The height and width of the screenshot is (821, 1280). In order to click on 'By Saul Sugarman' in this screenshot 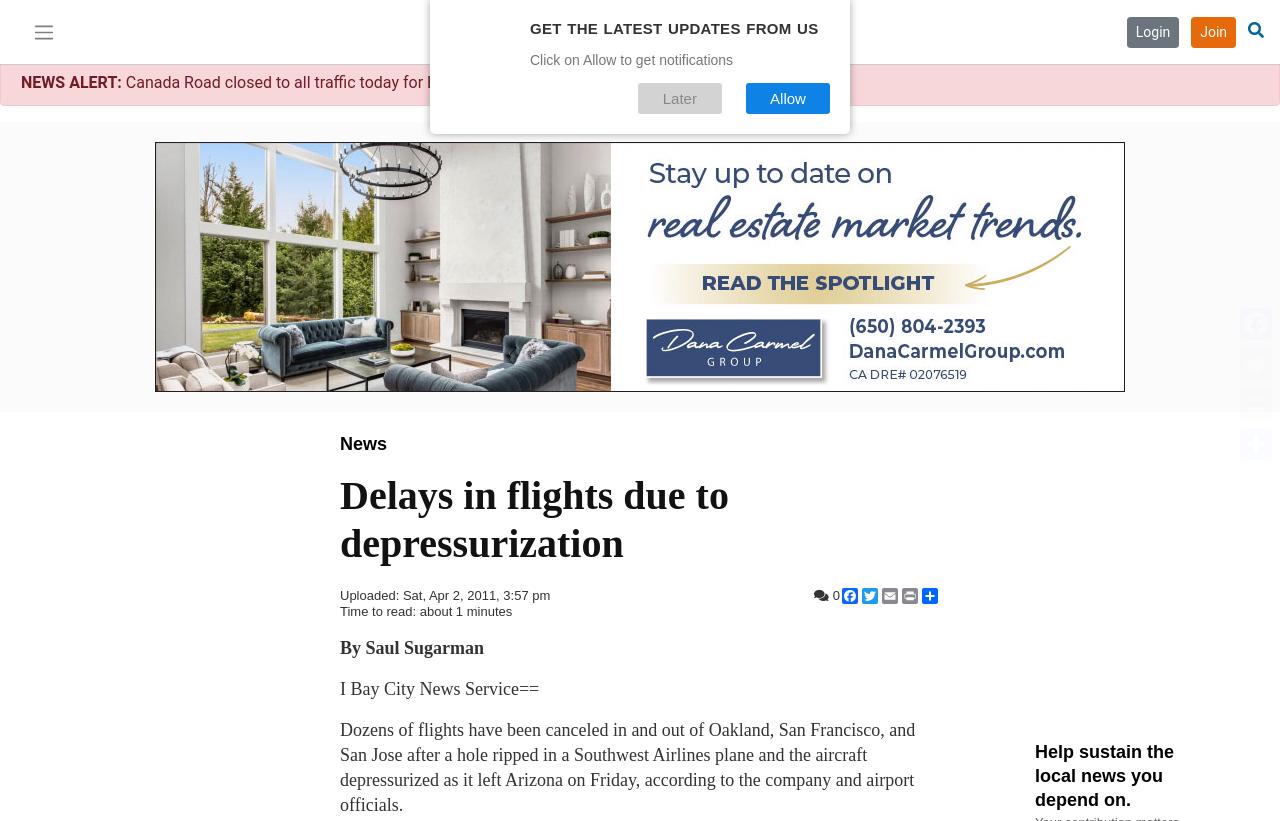, I will do `click(411, 647)`.